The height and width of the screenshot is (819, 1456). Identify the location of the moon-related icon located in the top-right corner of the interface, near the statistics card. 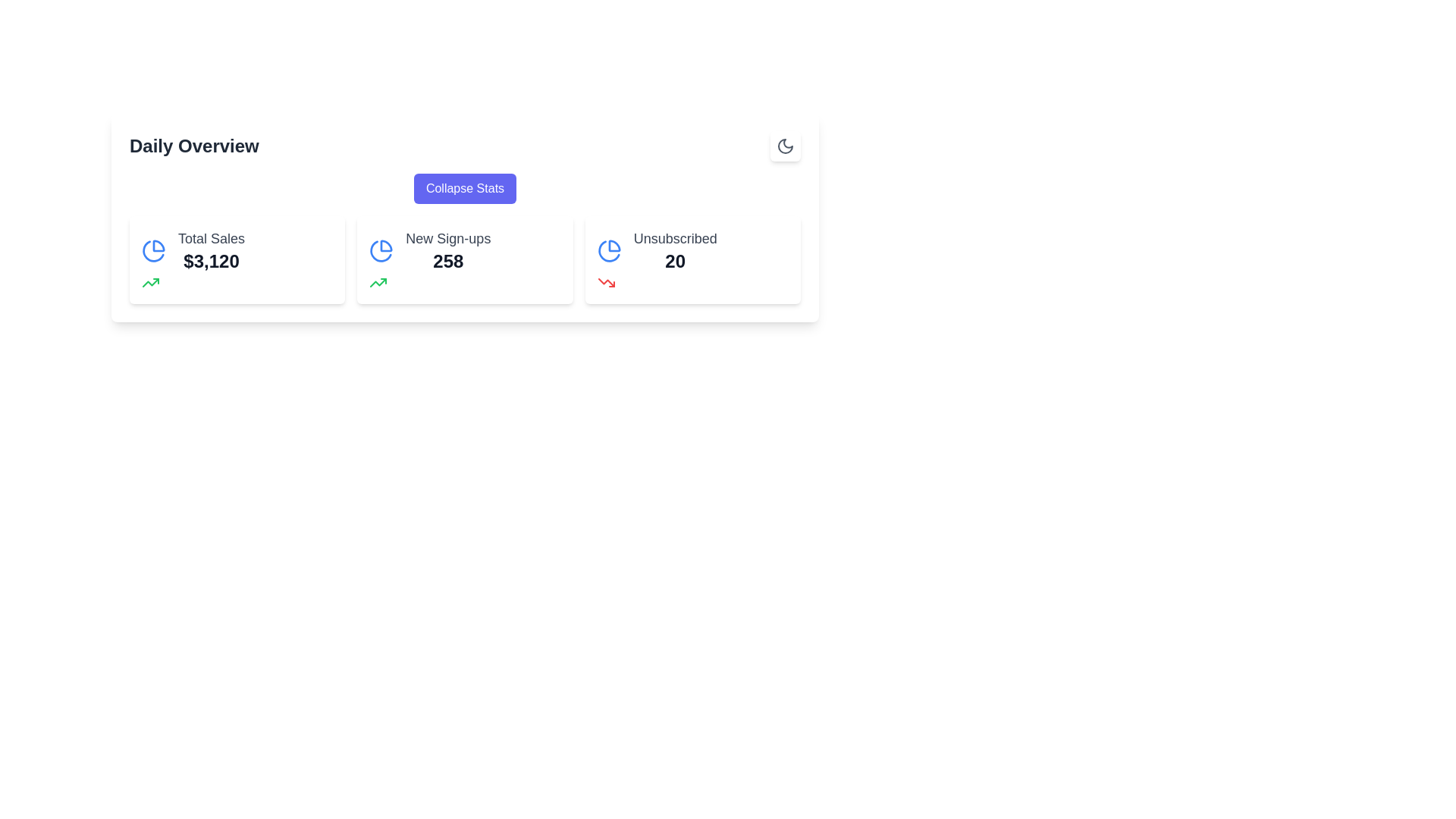
(786, 146).